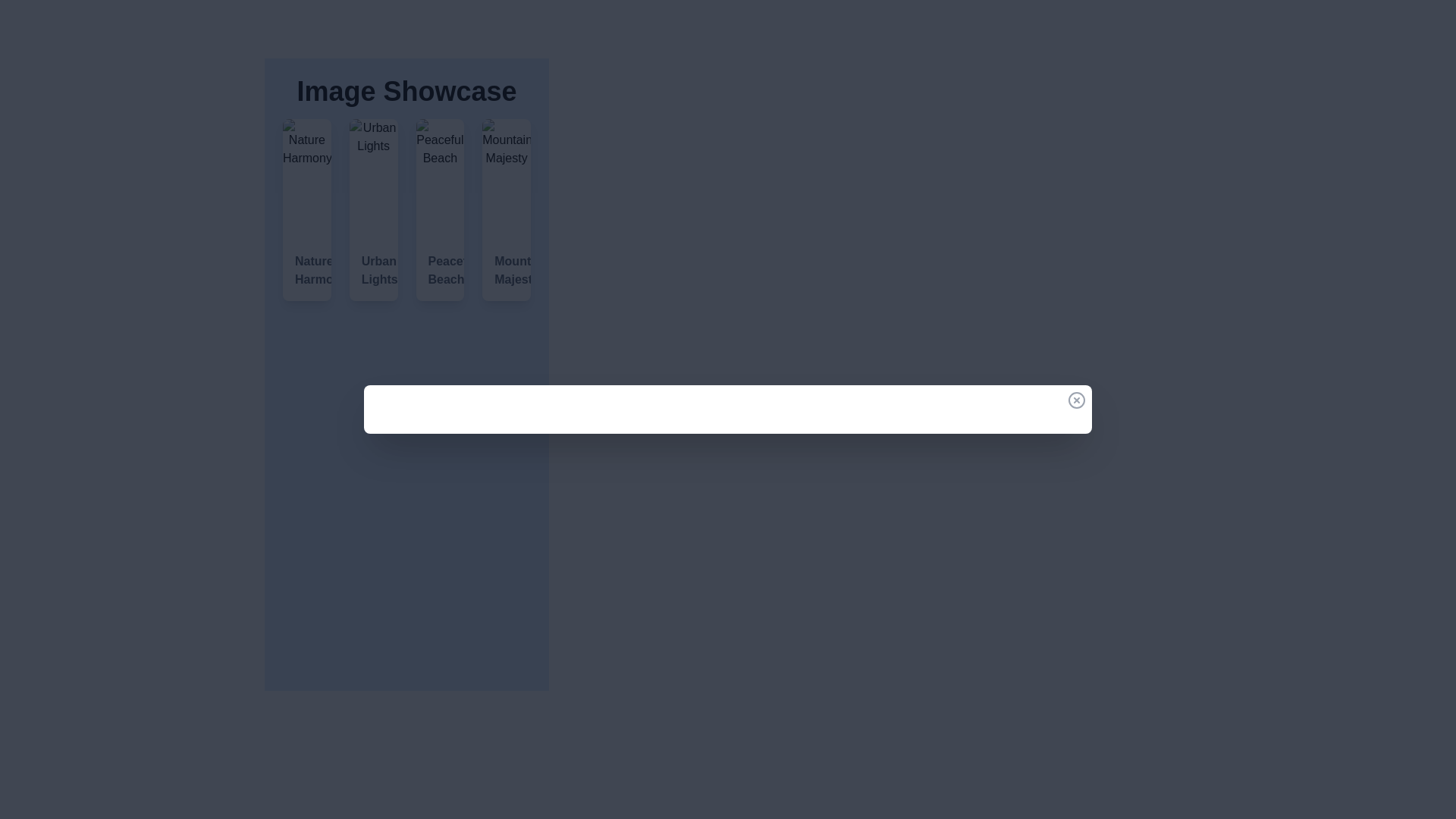 The height and width of the screenshot is (819, 1456). Describe the element at coordinates (306, 270) in the screenshot. I see `the Text Label indicating the title or name of the first image card in the showcase` at that location.